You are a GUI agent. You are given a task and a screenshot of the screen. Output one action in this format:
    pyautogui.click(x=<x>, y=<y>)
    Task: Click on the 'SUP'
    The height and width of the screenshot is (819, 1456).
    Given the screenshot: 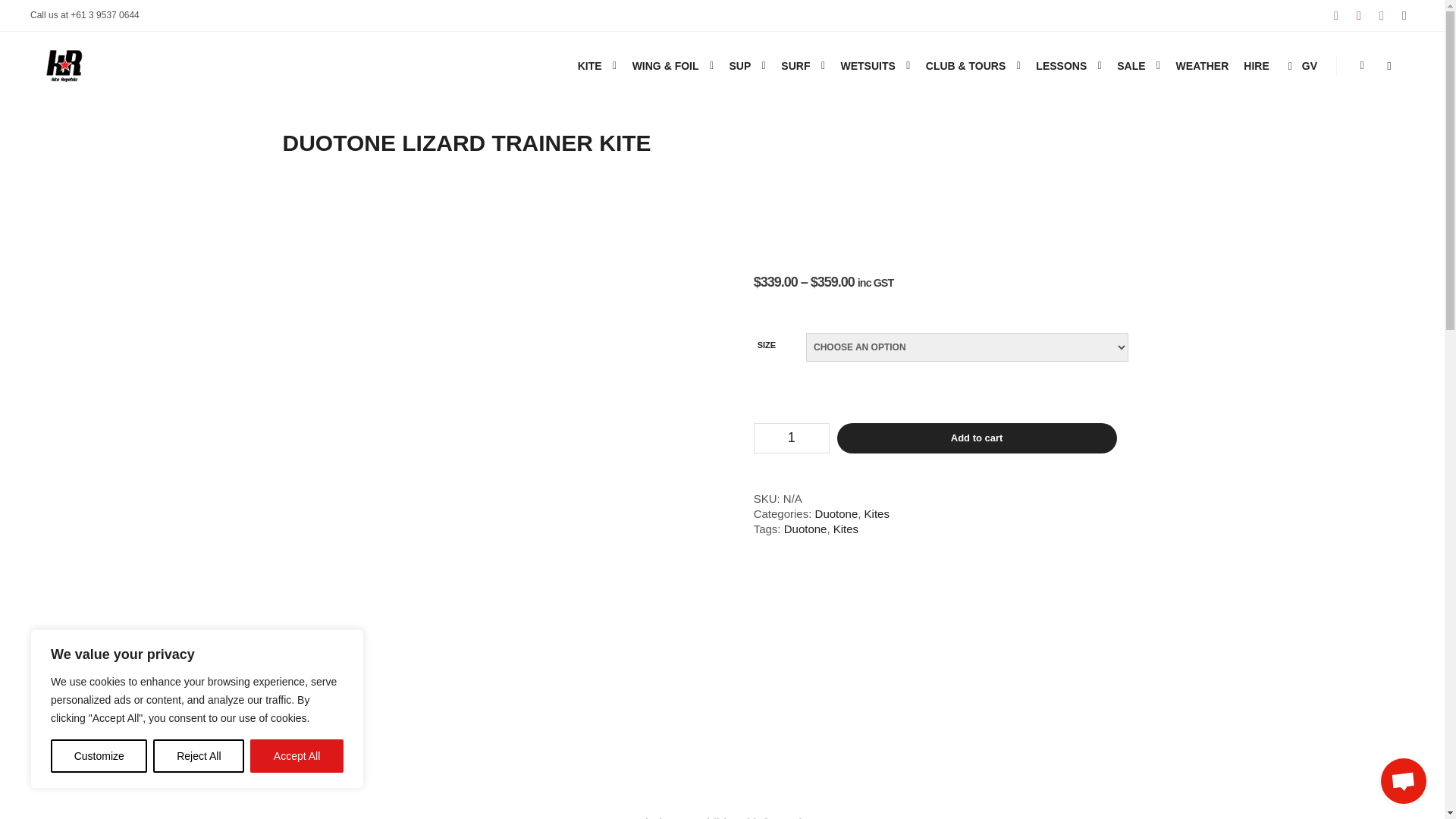 What is the action you would take?
    pyautogui.click(x=738, y=65)
    